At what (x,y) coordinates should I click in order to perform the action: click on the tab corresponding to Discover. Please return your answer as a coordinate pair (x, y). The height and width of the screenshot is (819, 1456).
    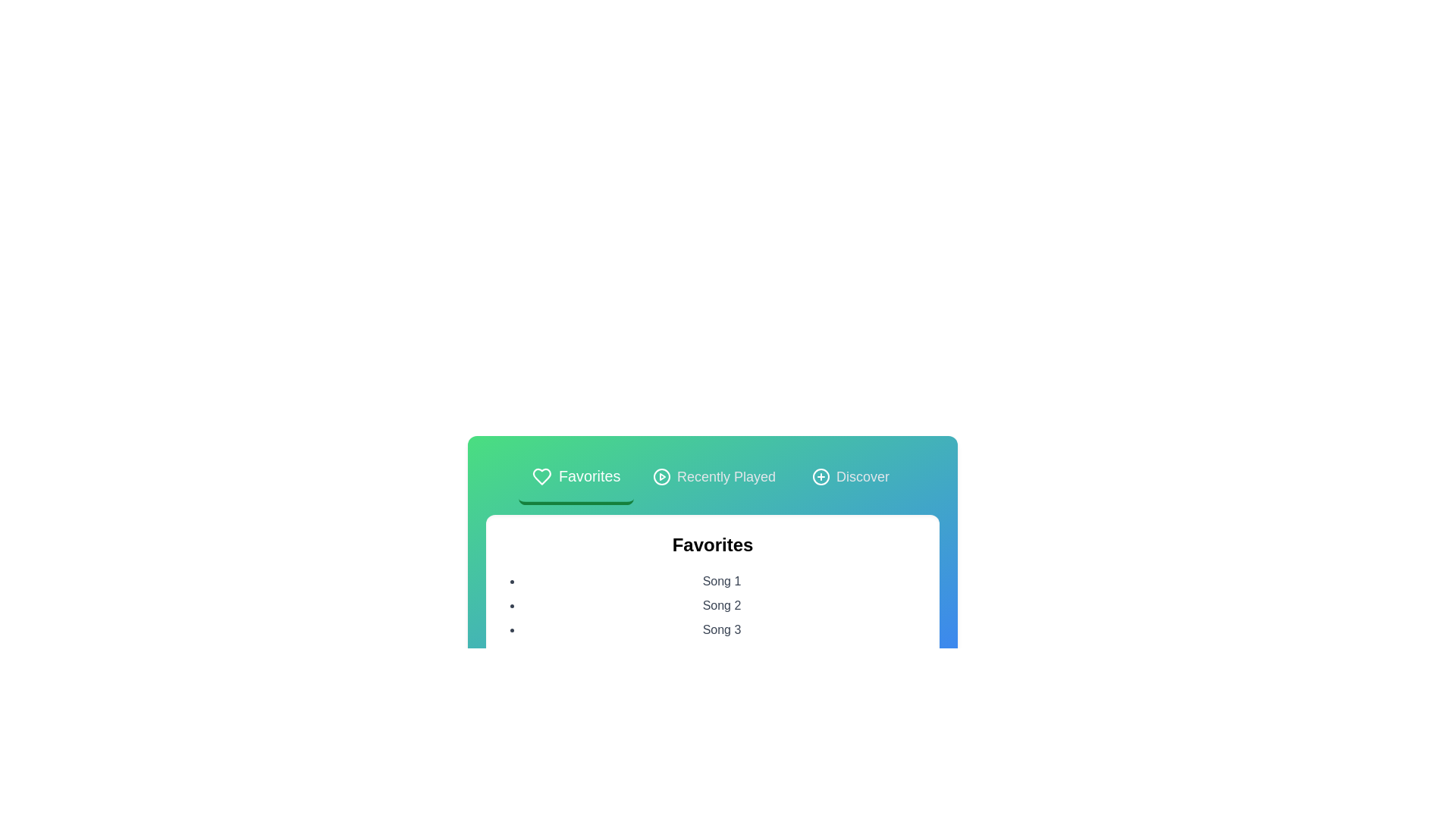
    Looking at the image, I should click on (851, 479).